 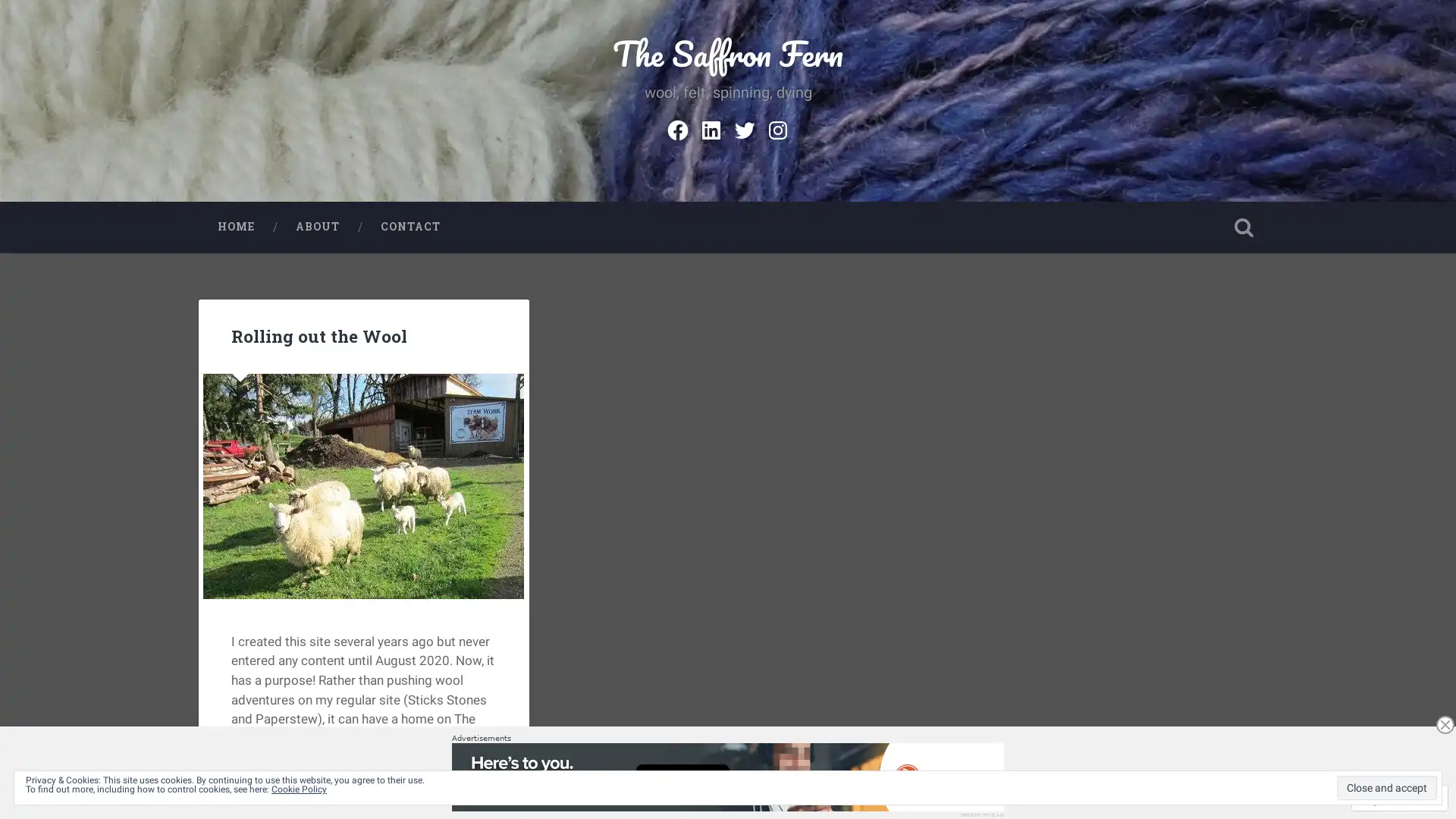 I want to click on Close and accept, so click(x=1386, y=786).